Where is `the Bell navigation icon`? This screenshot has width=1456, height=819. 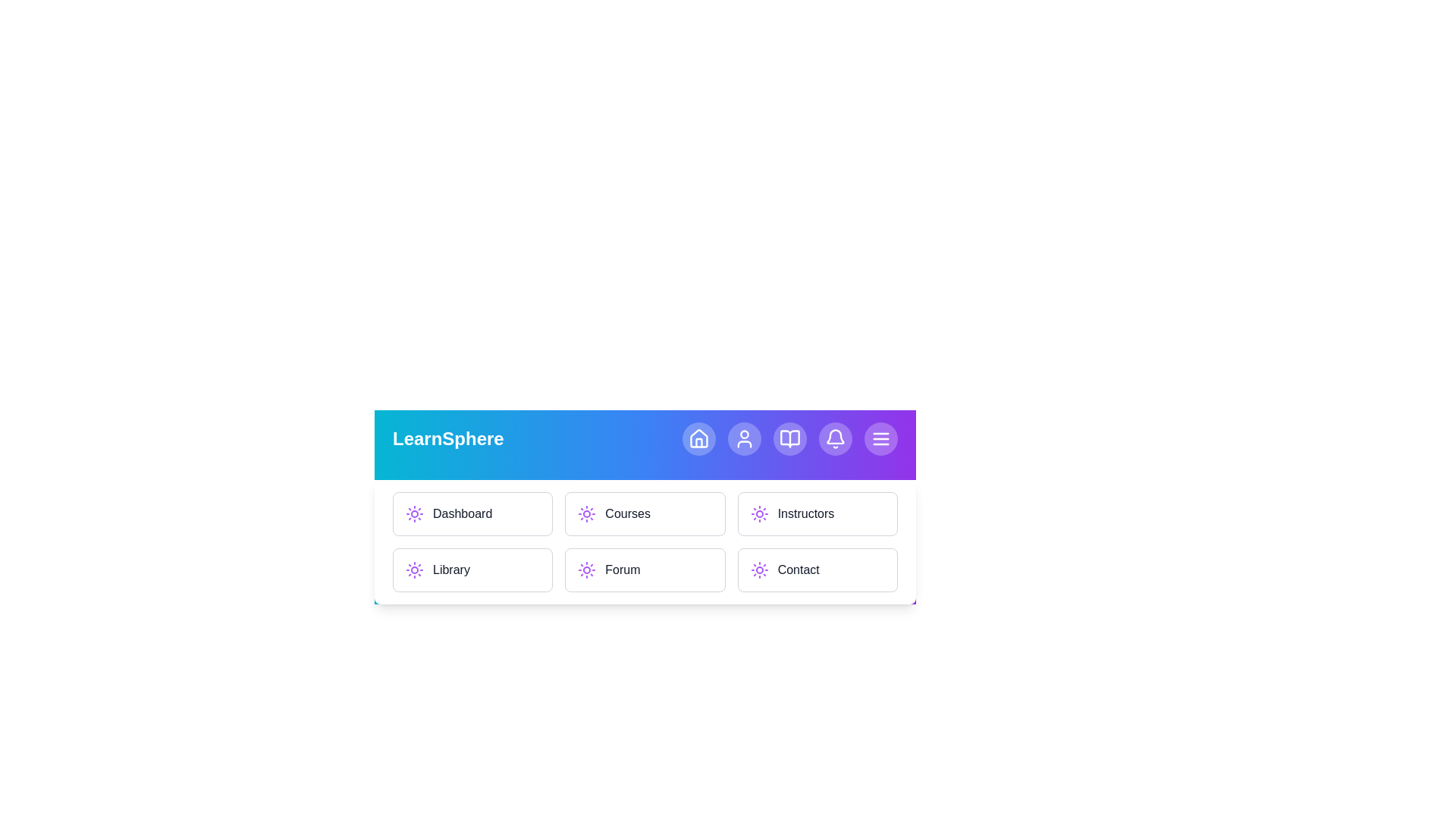 the Bell navigation icon is located at coordinates (835, 438).